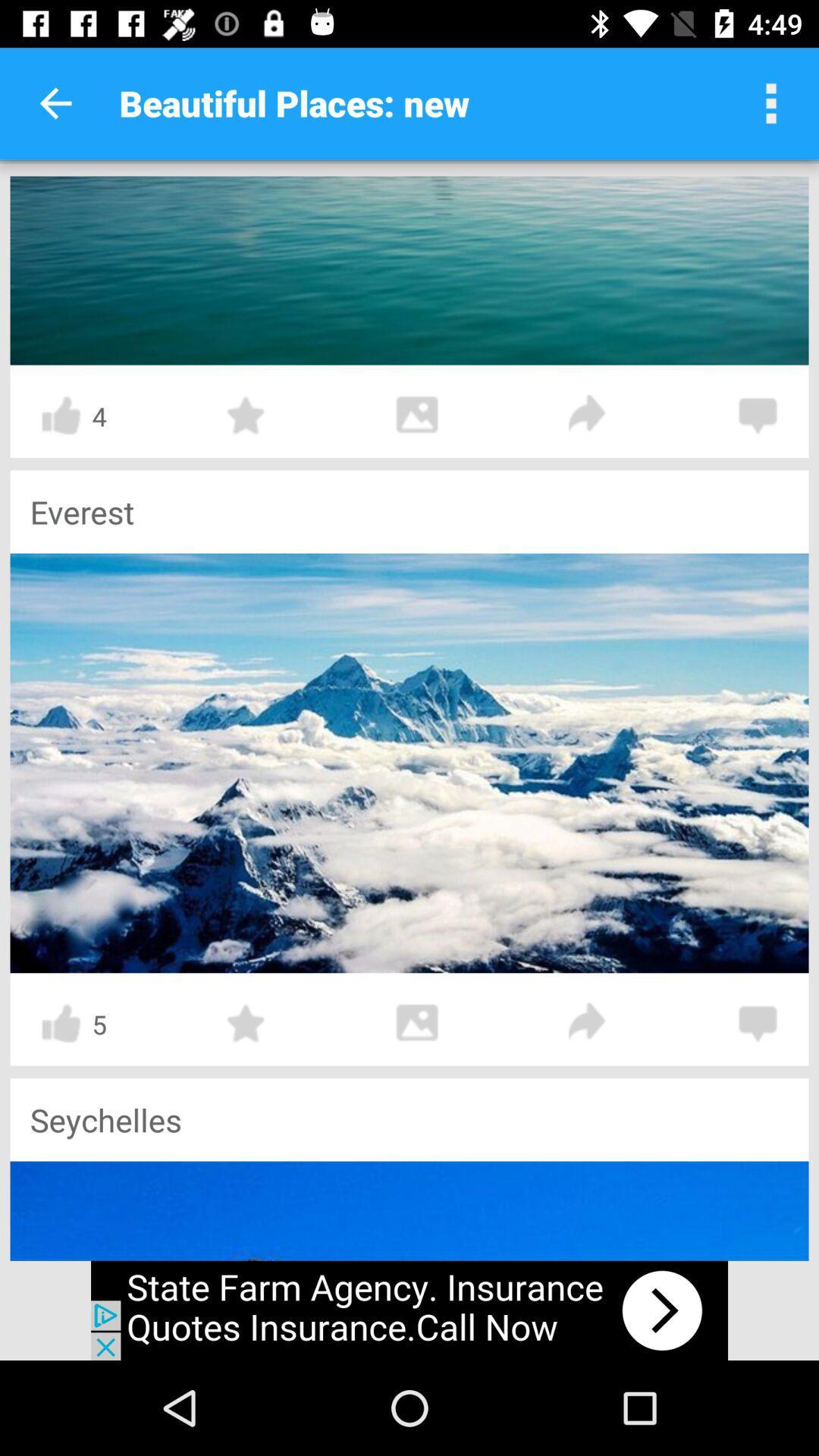  What do you see at coordinates (758, 416) in the screenshot?
I see `message button` at bounding box center [758, 416].